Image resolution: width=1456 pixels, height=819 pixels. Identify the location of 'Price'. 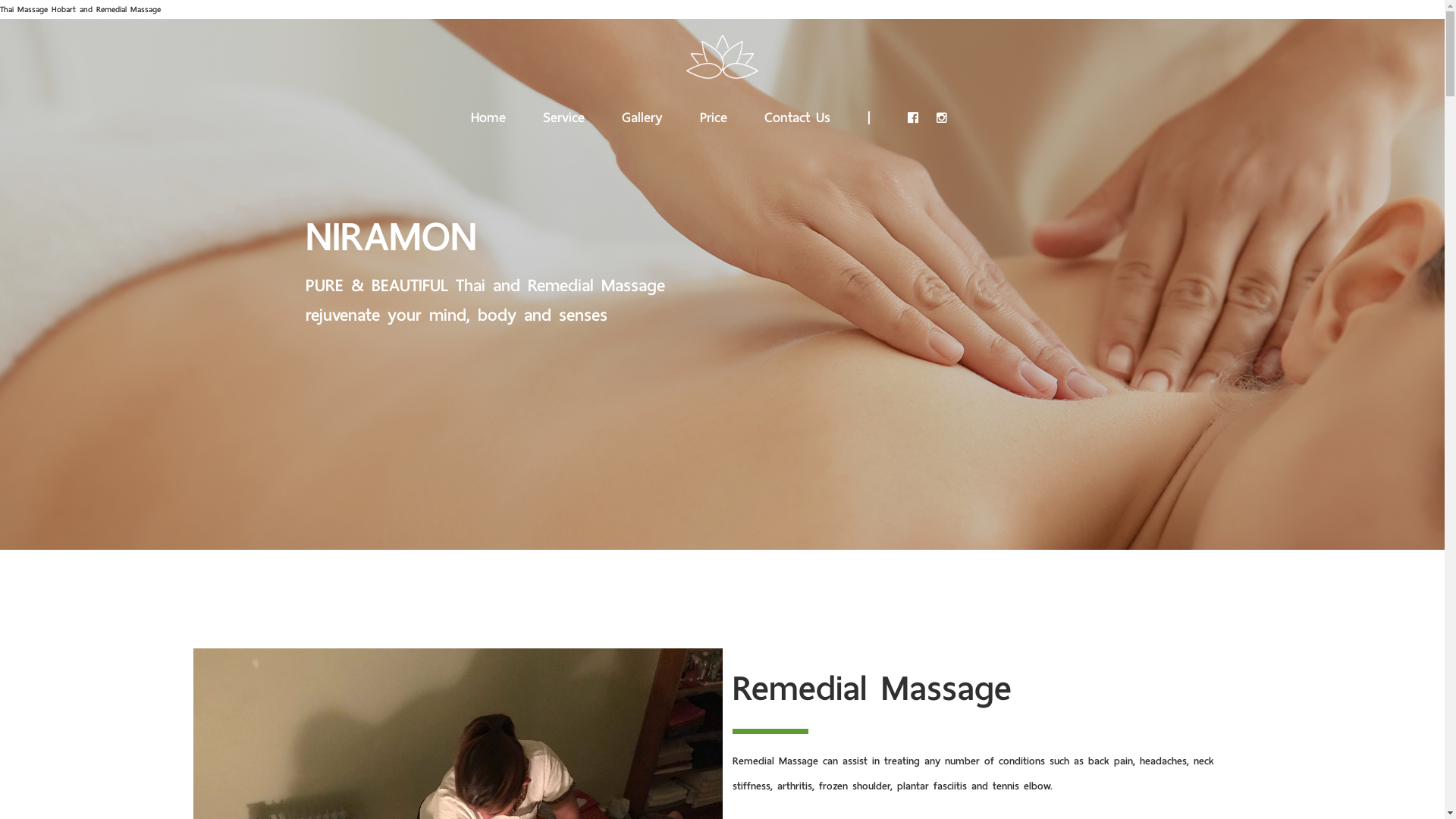
(698, 113).